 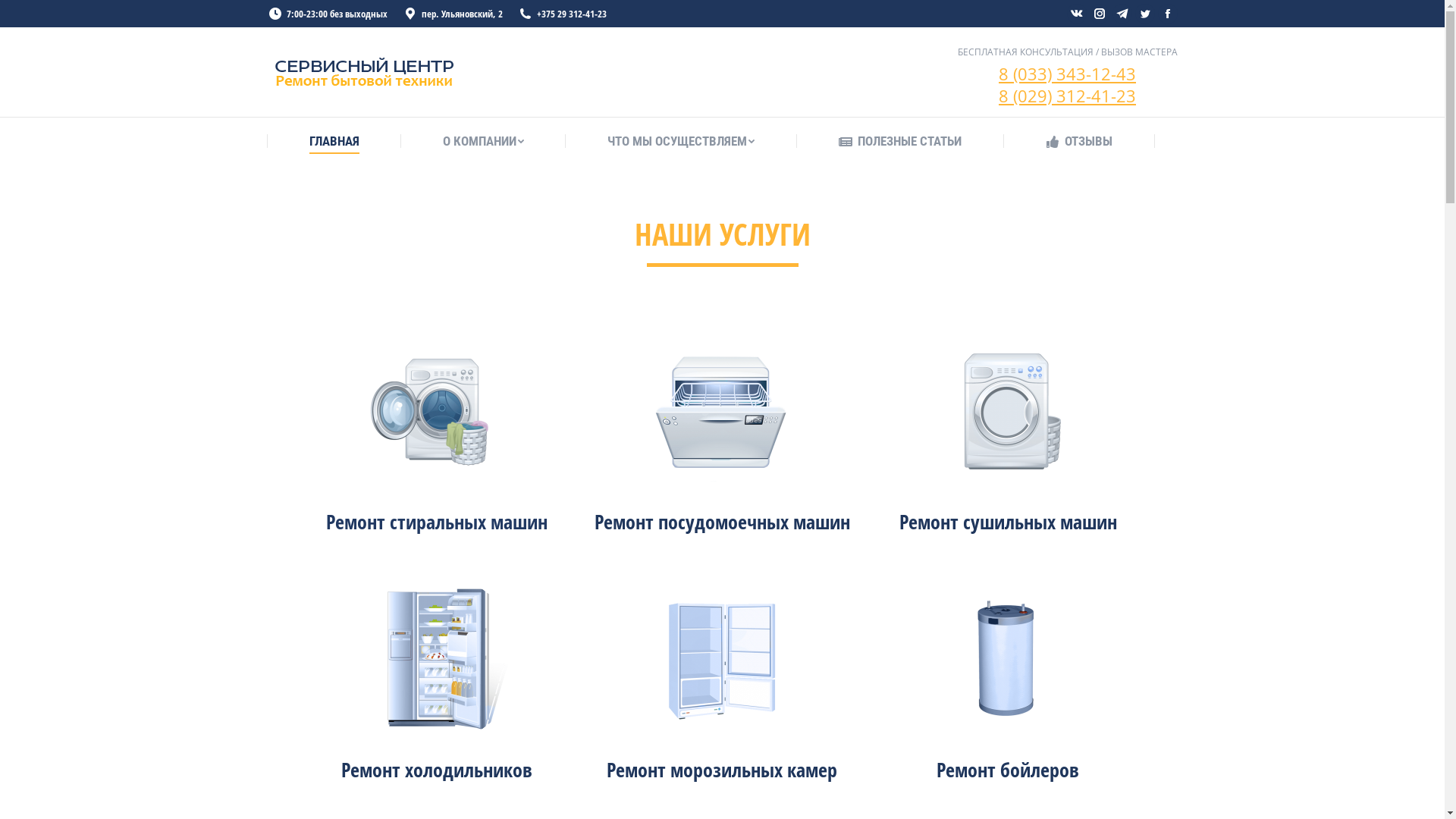 What do you see at coordinates (1121, 14) in the screenshot?
I see `'Telegram page opens in new window'` at bounding box center [1121, 14].